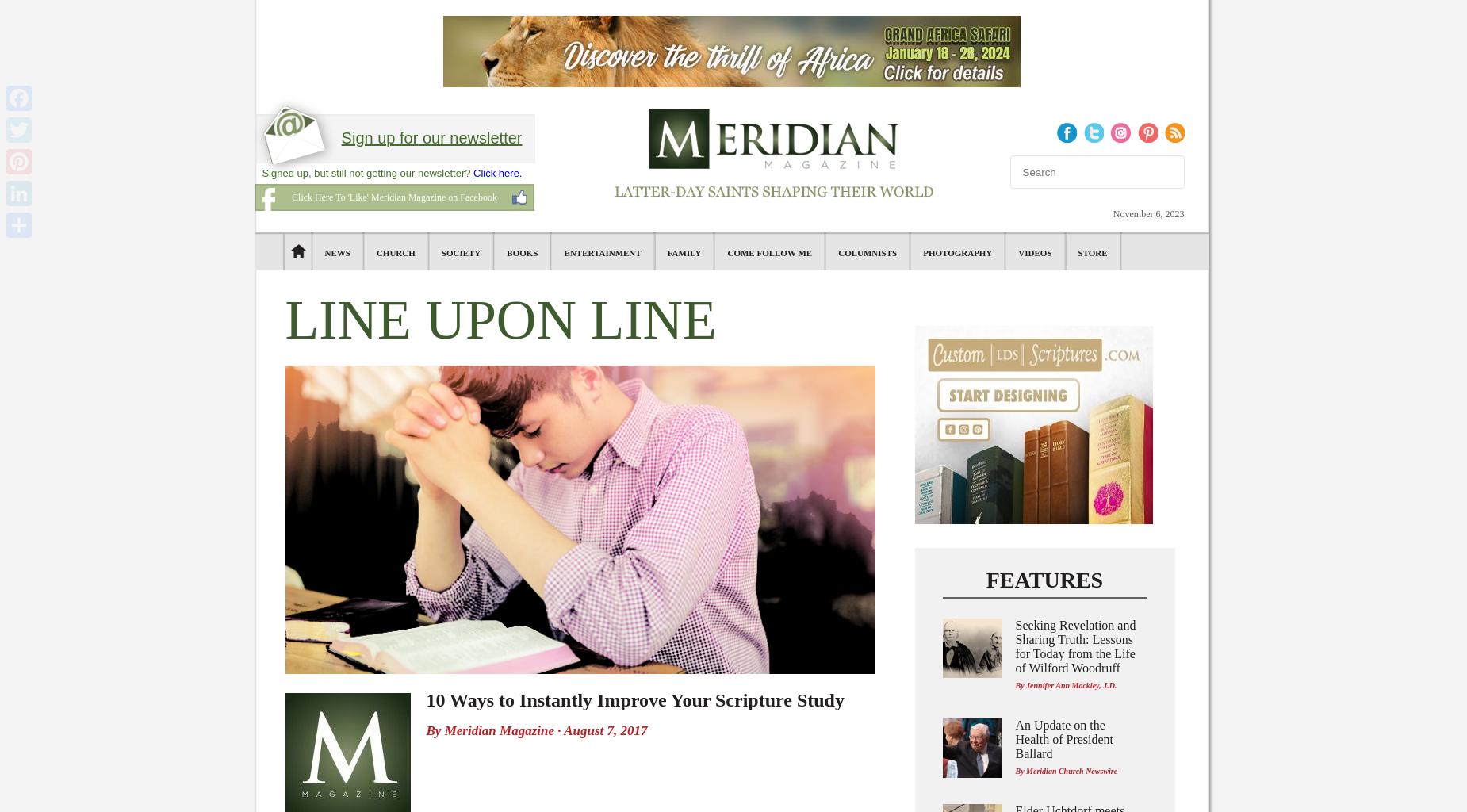 Image resolution: width=1467 pixels, height=812 pixels. Describe the element at coordinates (956, 251) in the screenshot. I see `'Photography'` at that location.